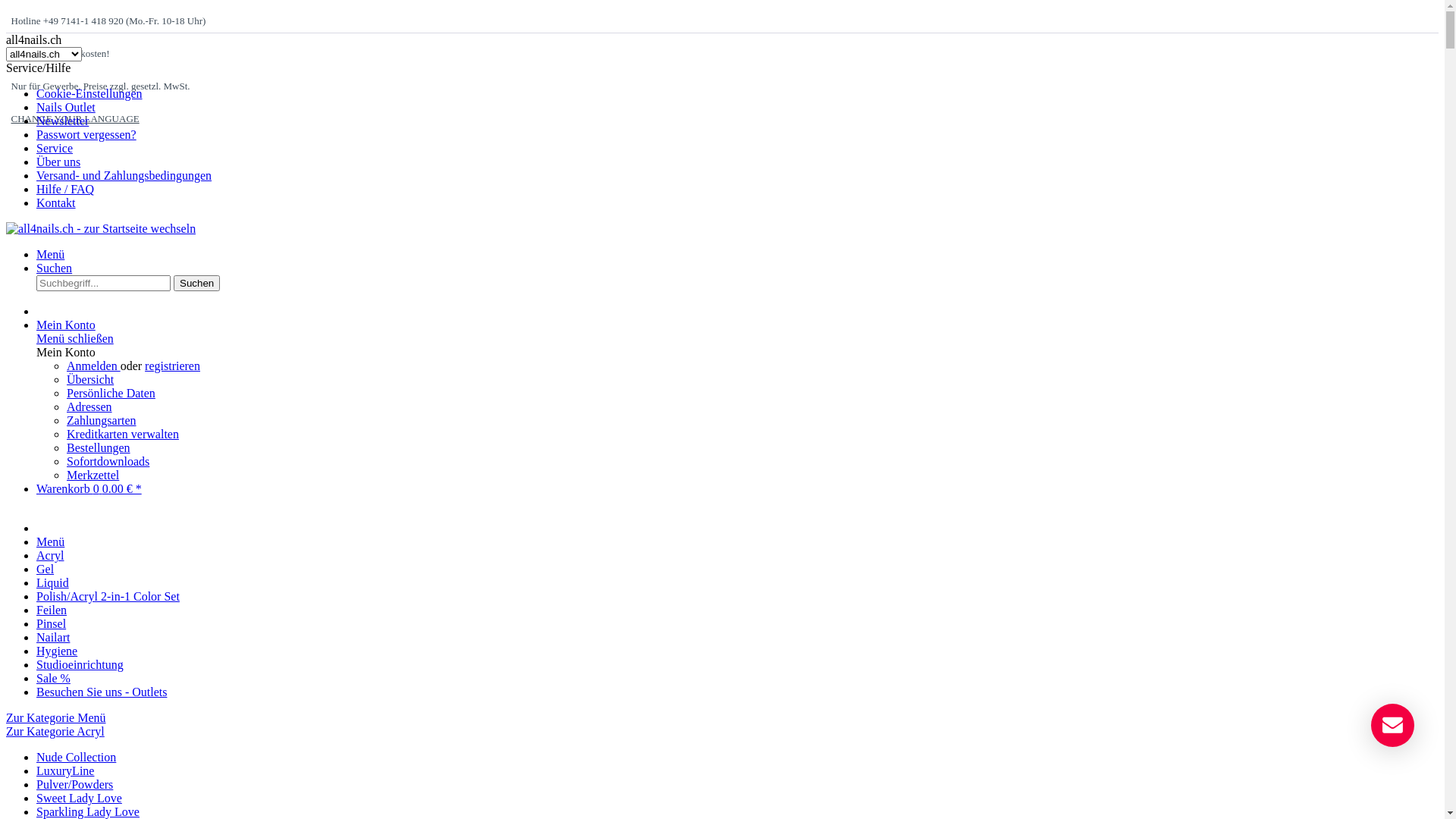  I want to click on 'Gel', so click(45, 569).